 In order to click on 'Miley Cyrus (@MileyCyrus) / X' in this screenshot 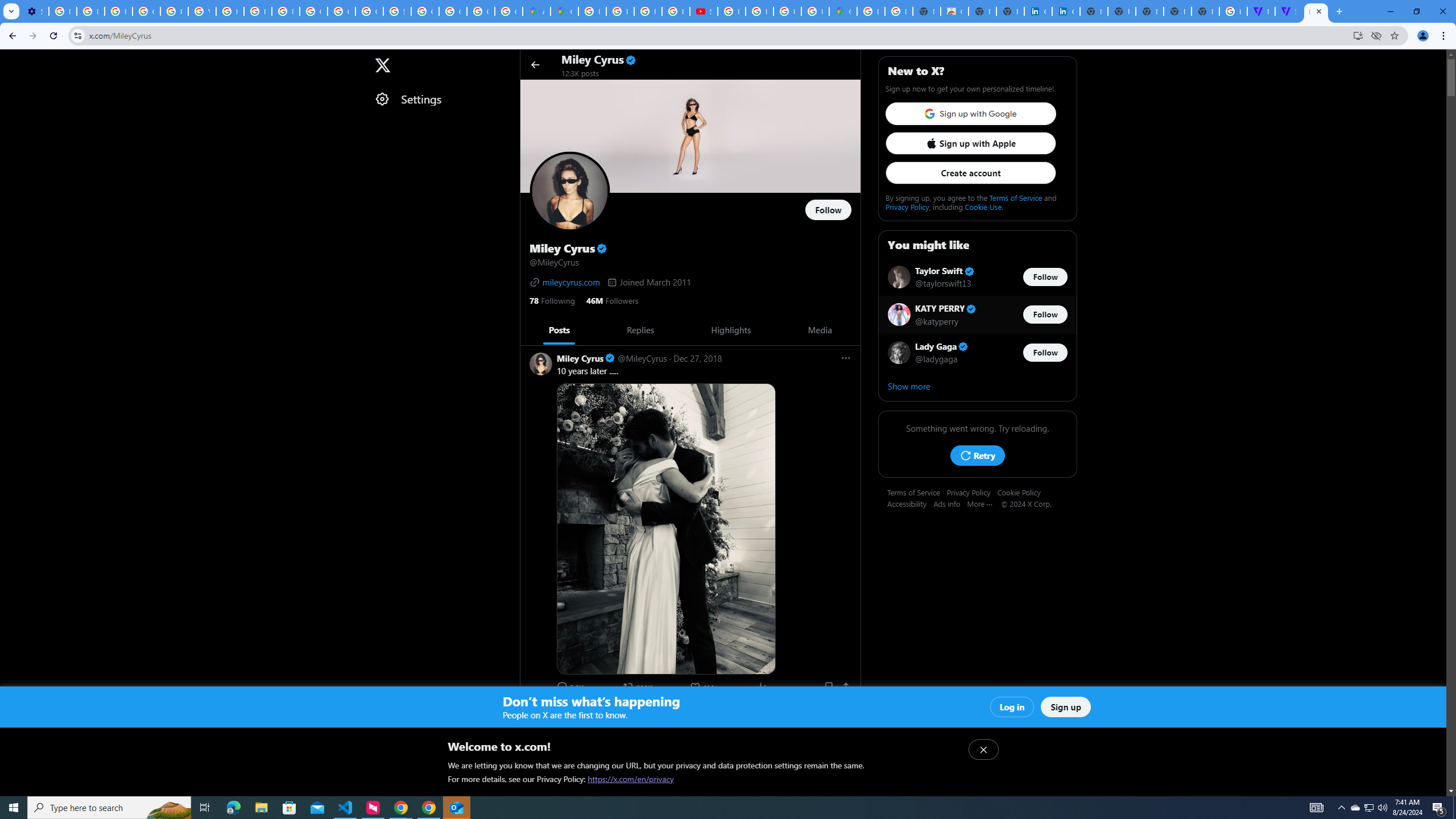, I will do `click(1316, 11)`.